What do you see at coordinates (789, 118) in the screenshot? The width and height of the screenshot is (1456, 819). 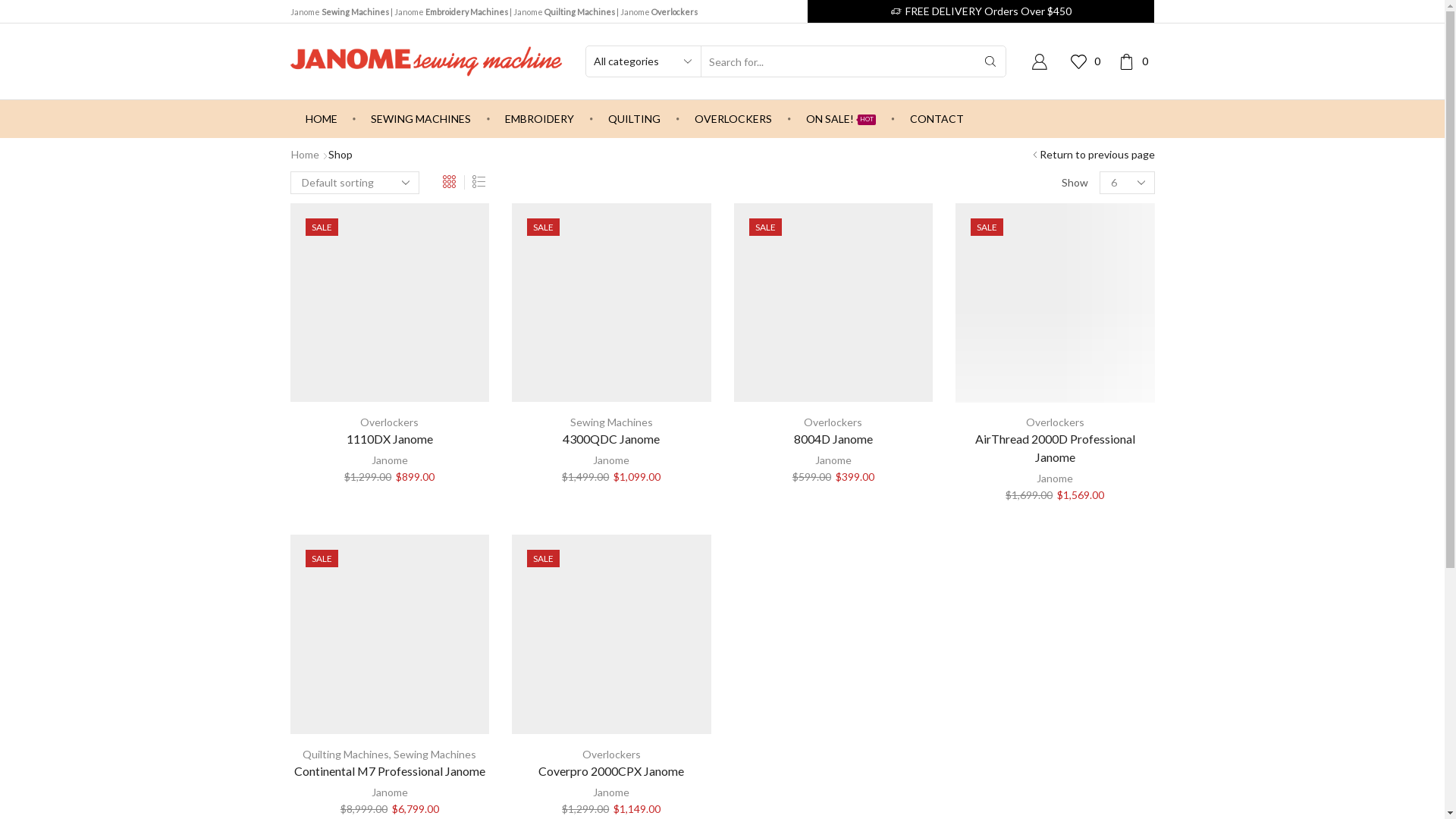 I see `'ON SALE!HOT'` at bounding box center [789, 118].